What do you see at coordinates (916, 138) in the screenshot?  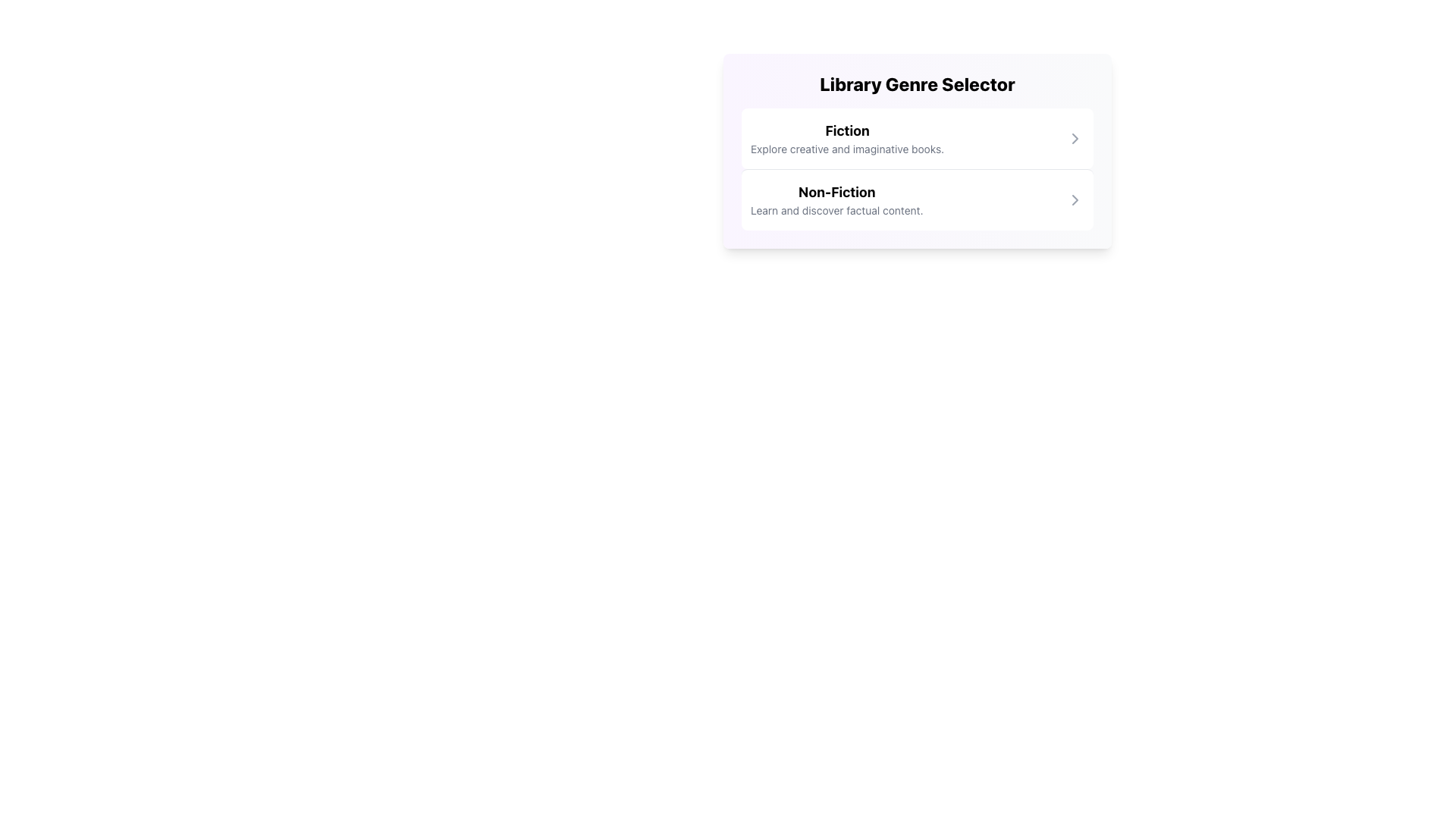 I see `the 'Fiction' List Item Button which is a horizontally aligned bar with a bold title and a chevron icon to the right, located in the upper half of the center pane` at bounding box center [916, 138].